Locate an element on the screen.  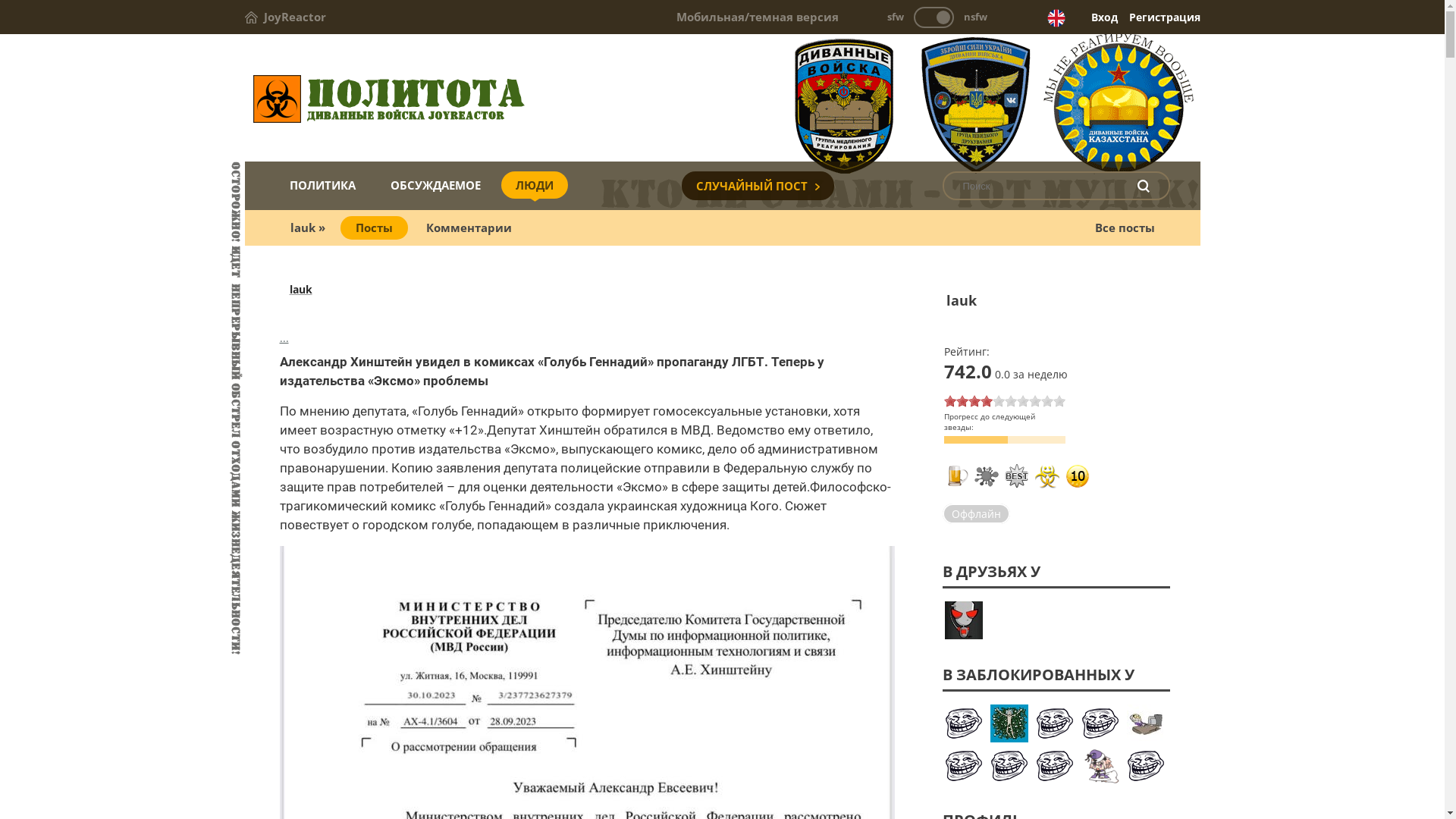
'nikshepard' is located at coordinates (1146, 766).